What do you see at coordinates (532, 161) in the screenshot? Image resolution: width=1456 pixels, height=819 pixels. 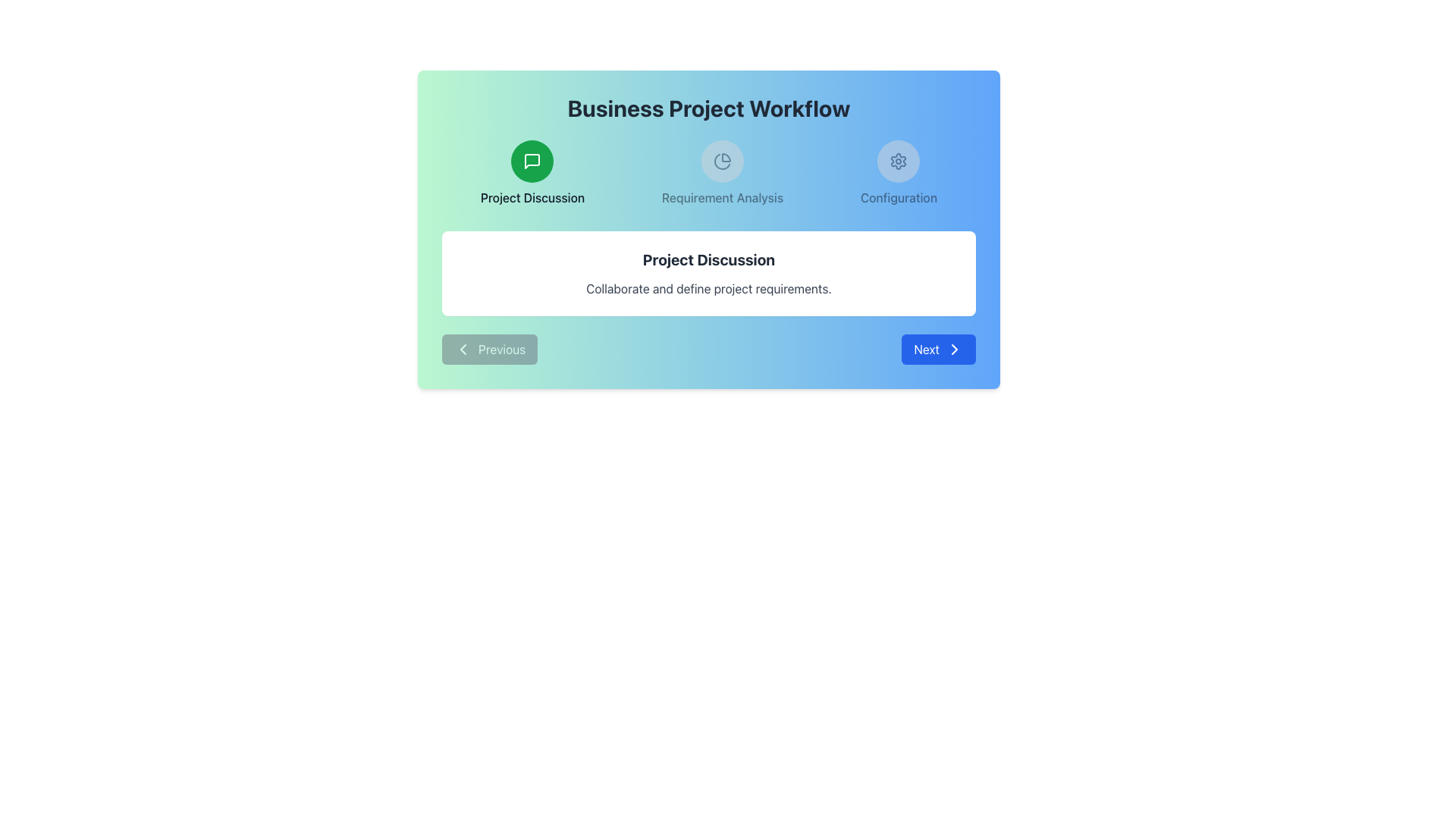 I see `the green circular icon representing the 'Project Discussion' stage of the workflow, located at the top section of the interface` at bounding box center [532, 161].